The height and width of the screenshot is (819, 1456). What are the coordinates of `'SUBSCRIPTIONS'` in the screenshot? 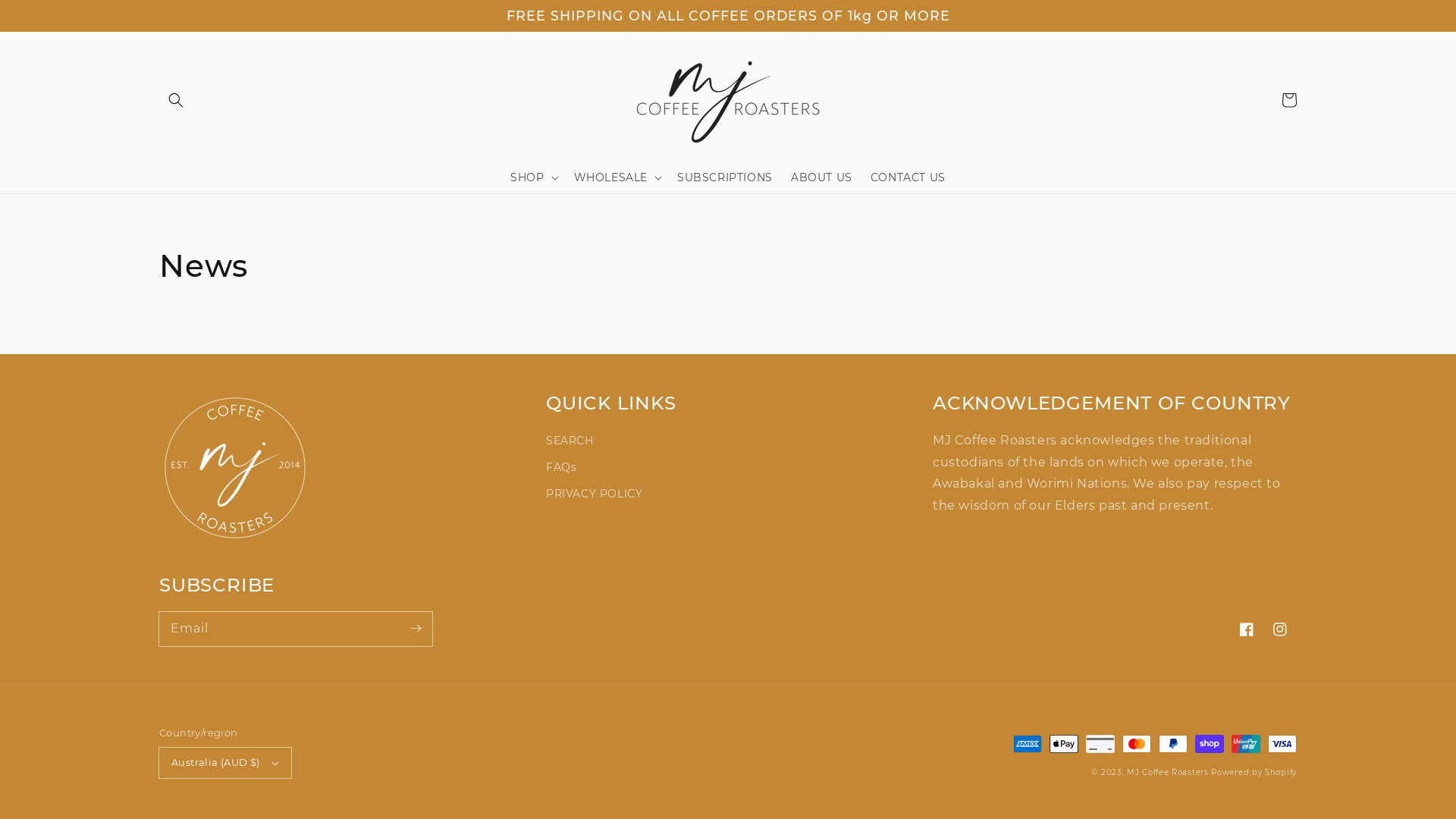 It's located at (667, 177).